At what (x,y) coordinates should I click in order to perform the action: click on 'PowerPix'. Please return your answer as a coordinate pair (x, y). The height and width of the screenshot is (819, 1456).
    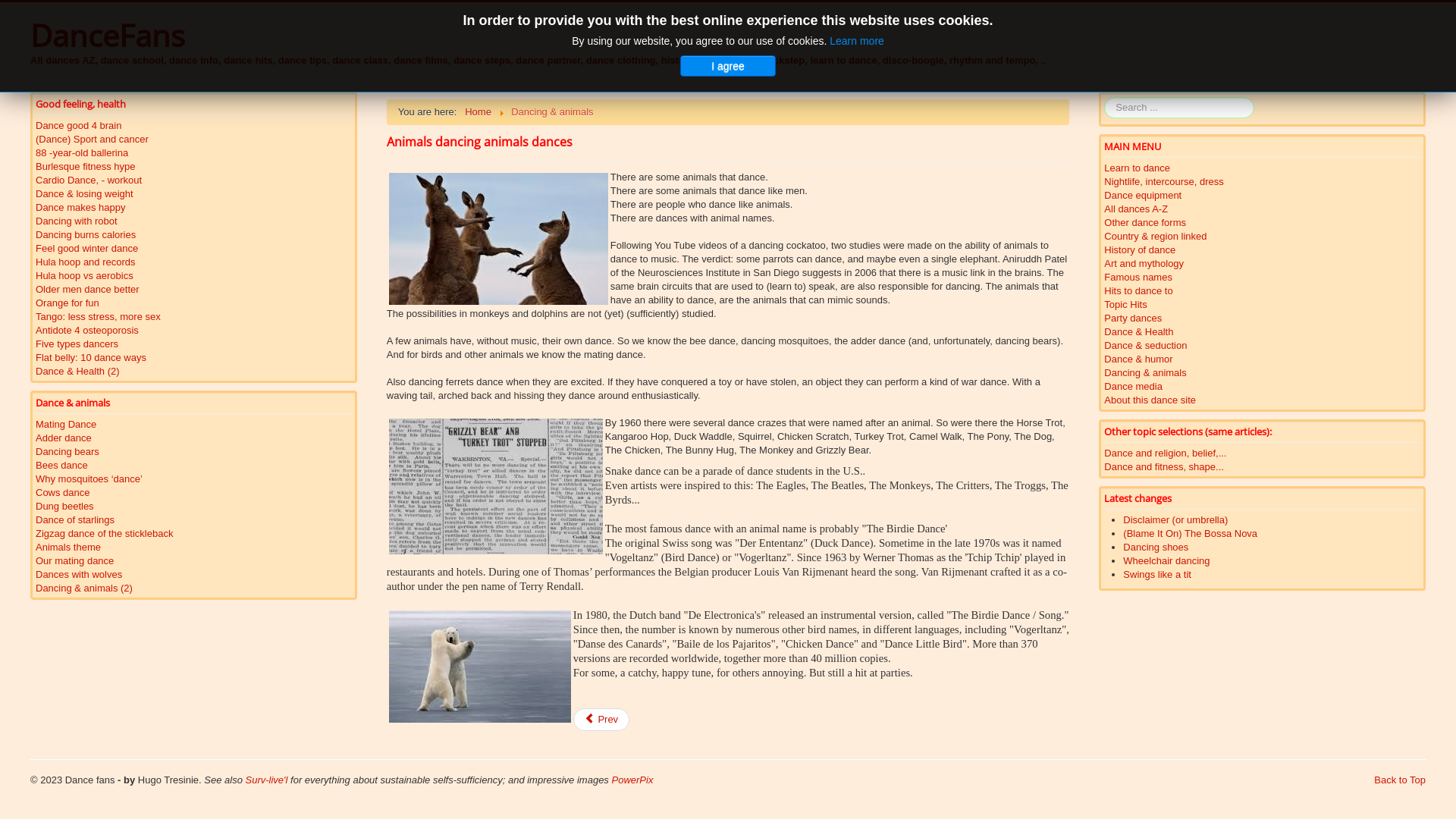
    Looking at the image, I should click on (632, 780).